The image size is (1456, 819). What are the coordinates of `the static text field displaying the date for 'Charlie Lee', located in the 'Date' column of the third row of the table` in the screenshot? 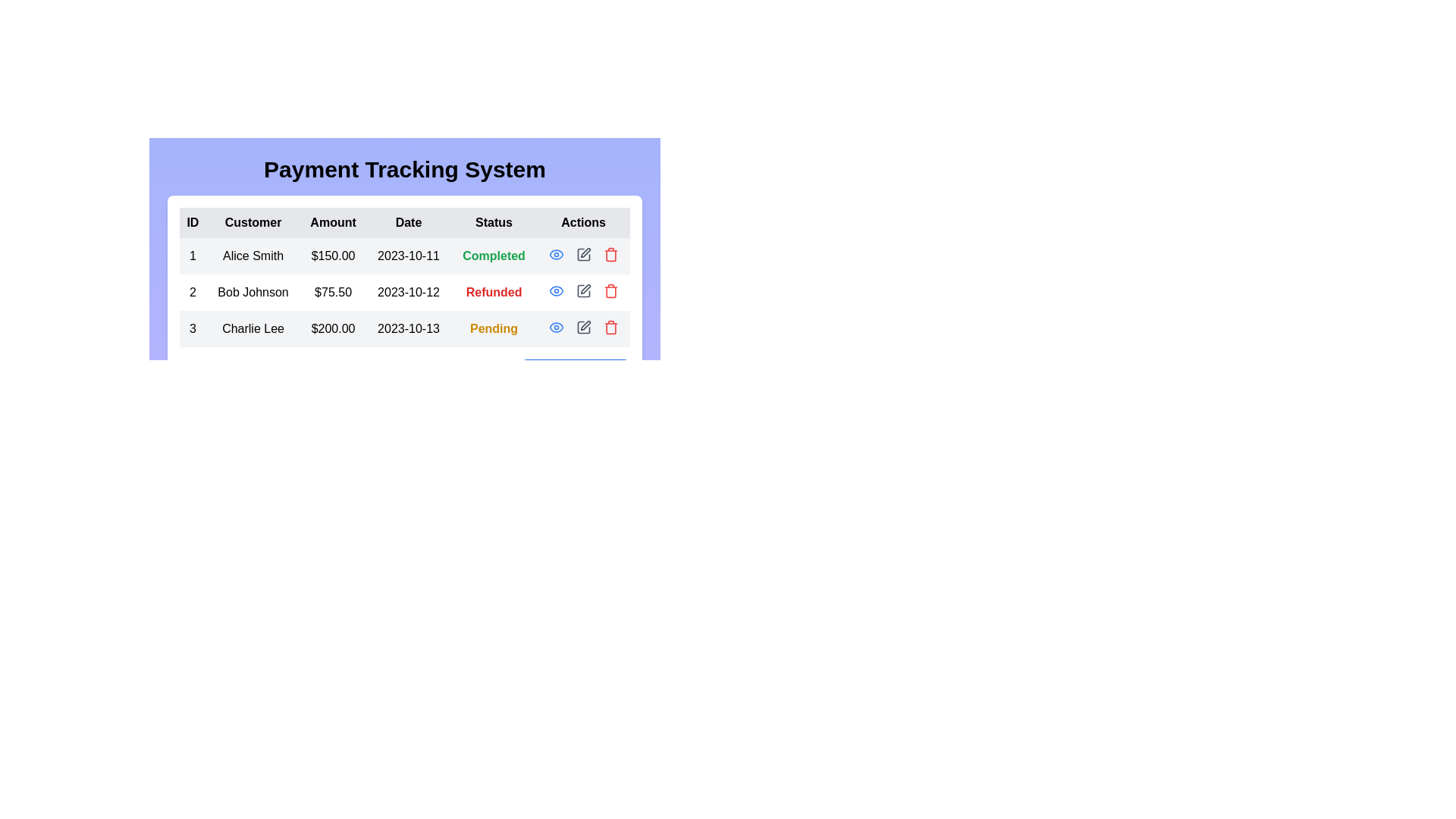 It's located at (408, 328).